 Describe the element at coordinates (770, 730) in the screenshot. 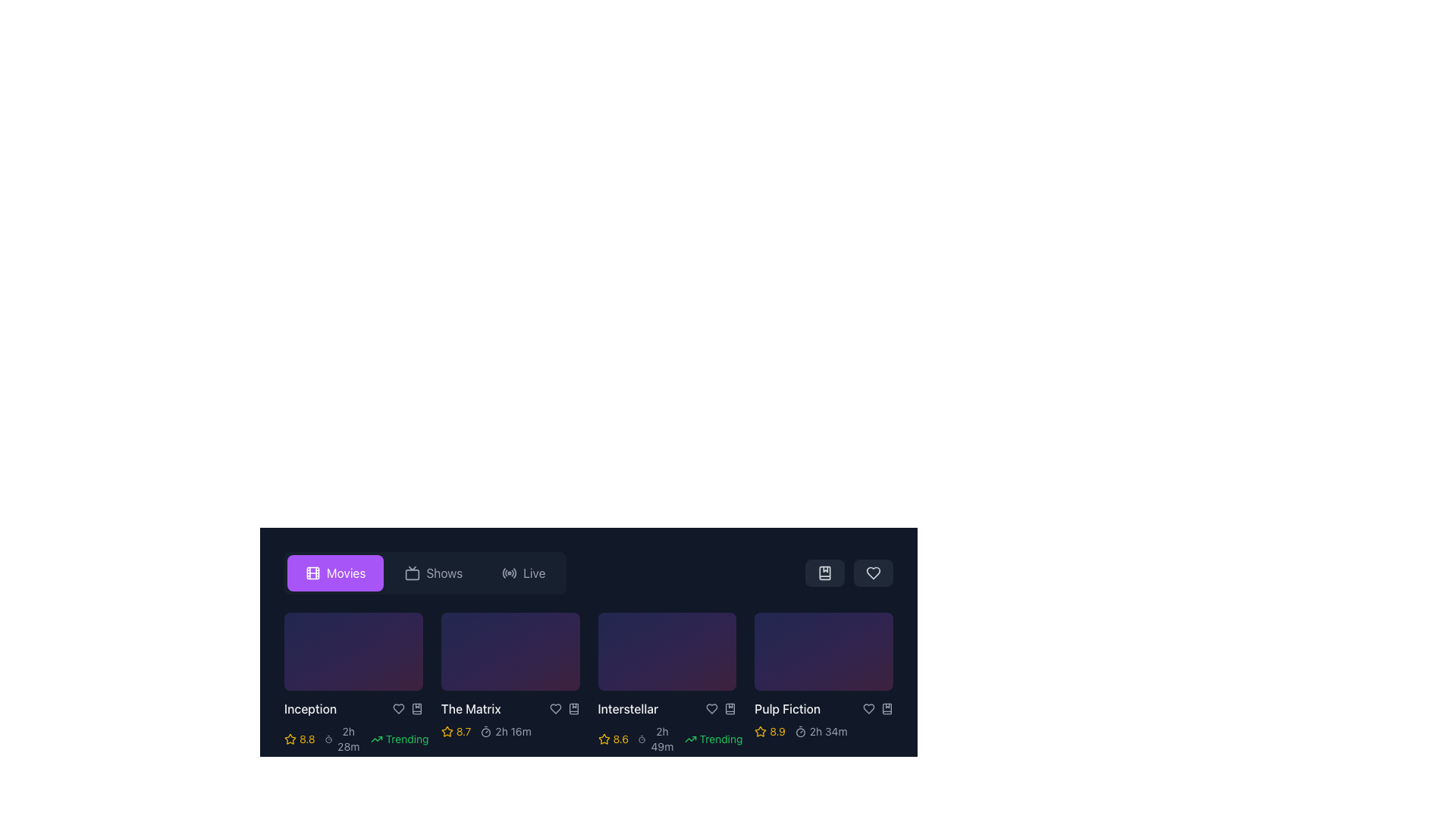

I see `rating value displayed as '8.9' in yellow color, which is accompanied by a yellow outlined star icon, located under the card labeled 'Pulp Fiction.'` at that location.